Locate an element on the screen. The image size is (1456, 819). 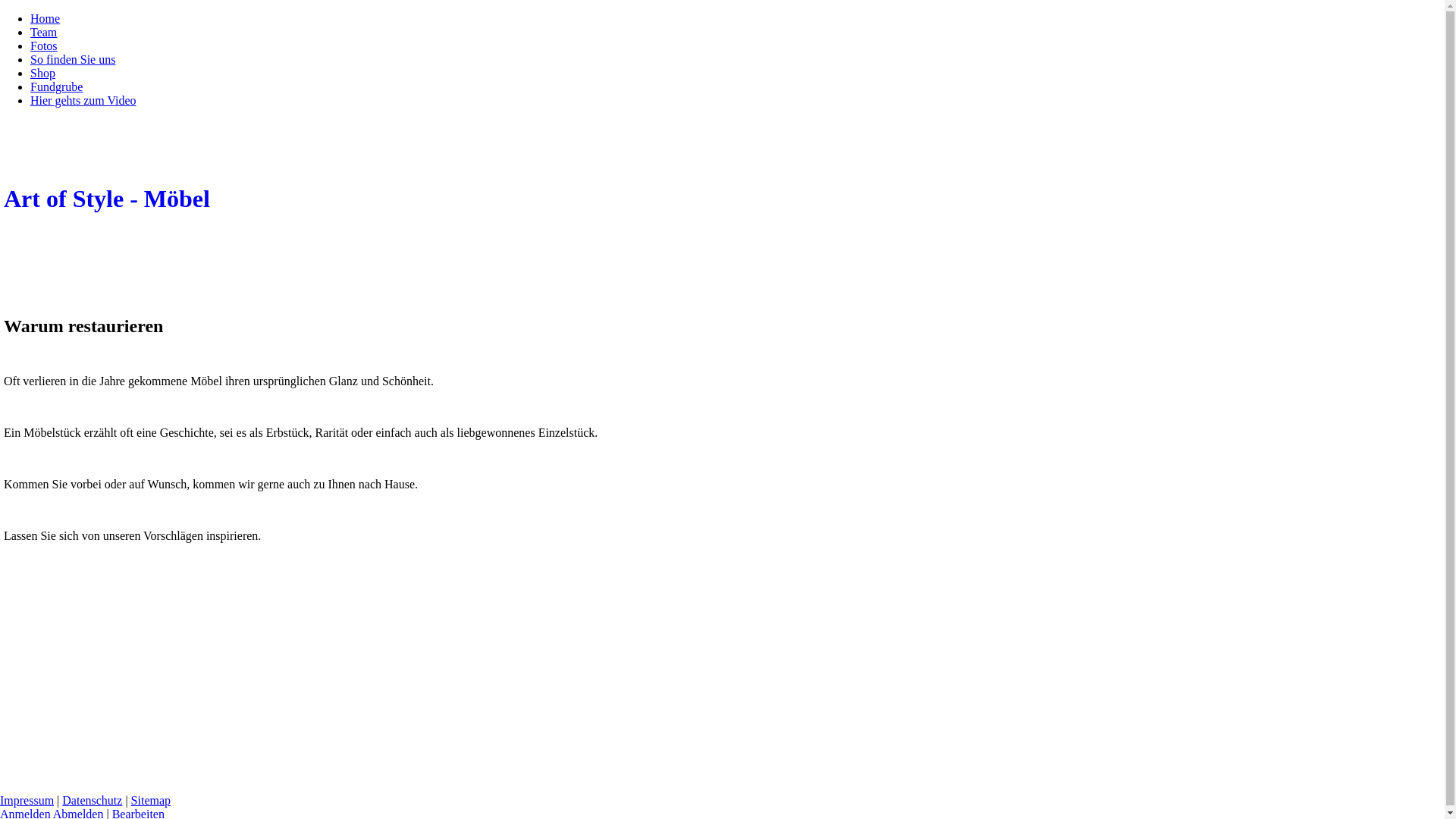
'Team' is located at coordinates (43, 32).